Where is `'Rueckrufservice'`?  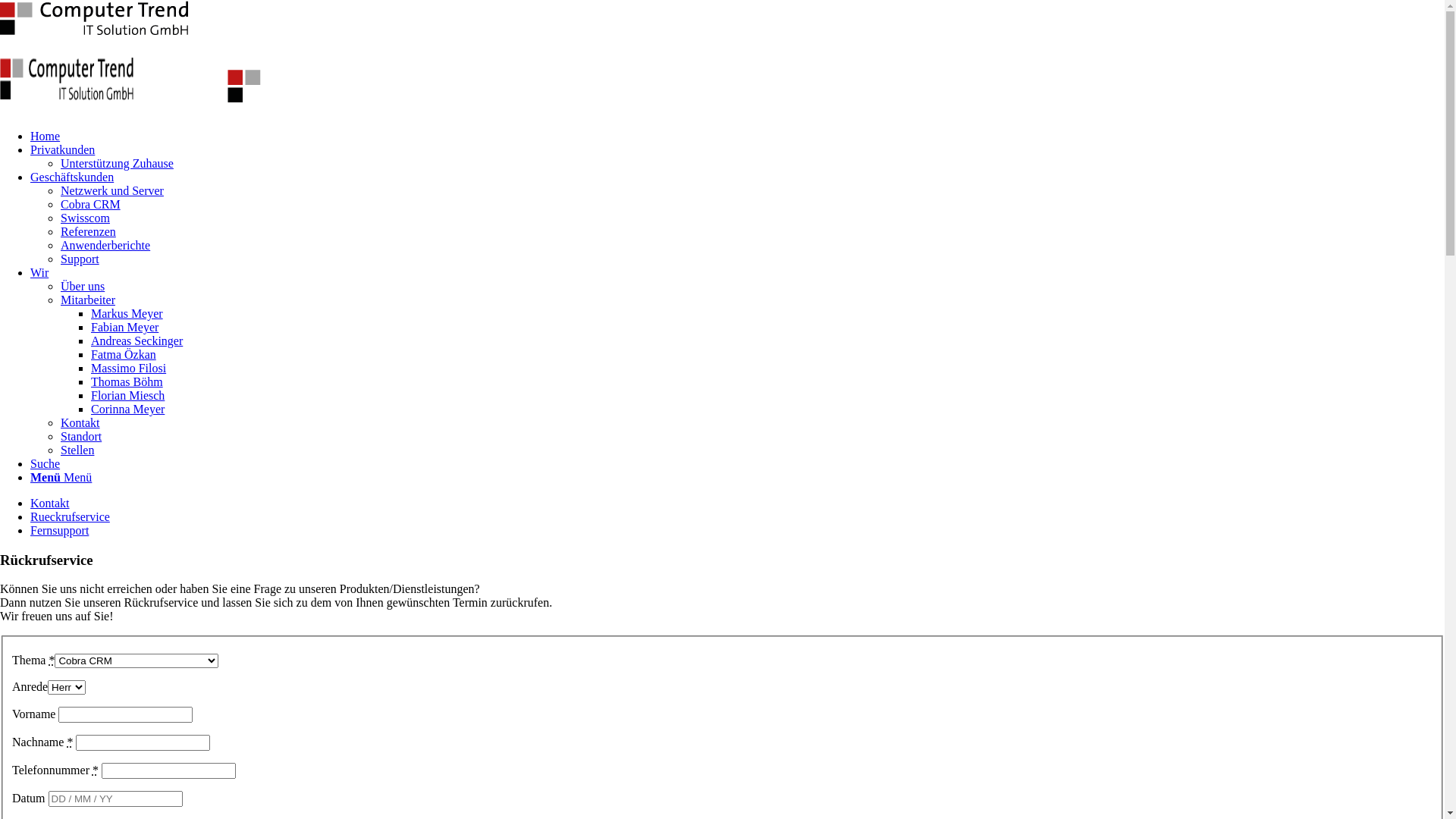 'Rueckrufservice' is located at coordinates (69, 516).